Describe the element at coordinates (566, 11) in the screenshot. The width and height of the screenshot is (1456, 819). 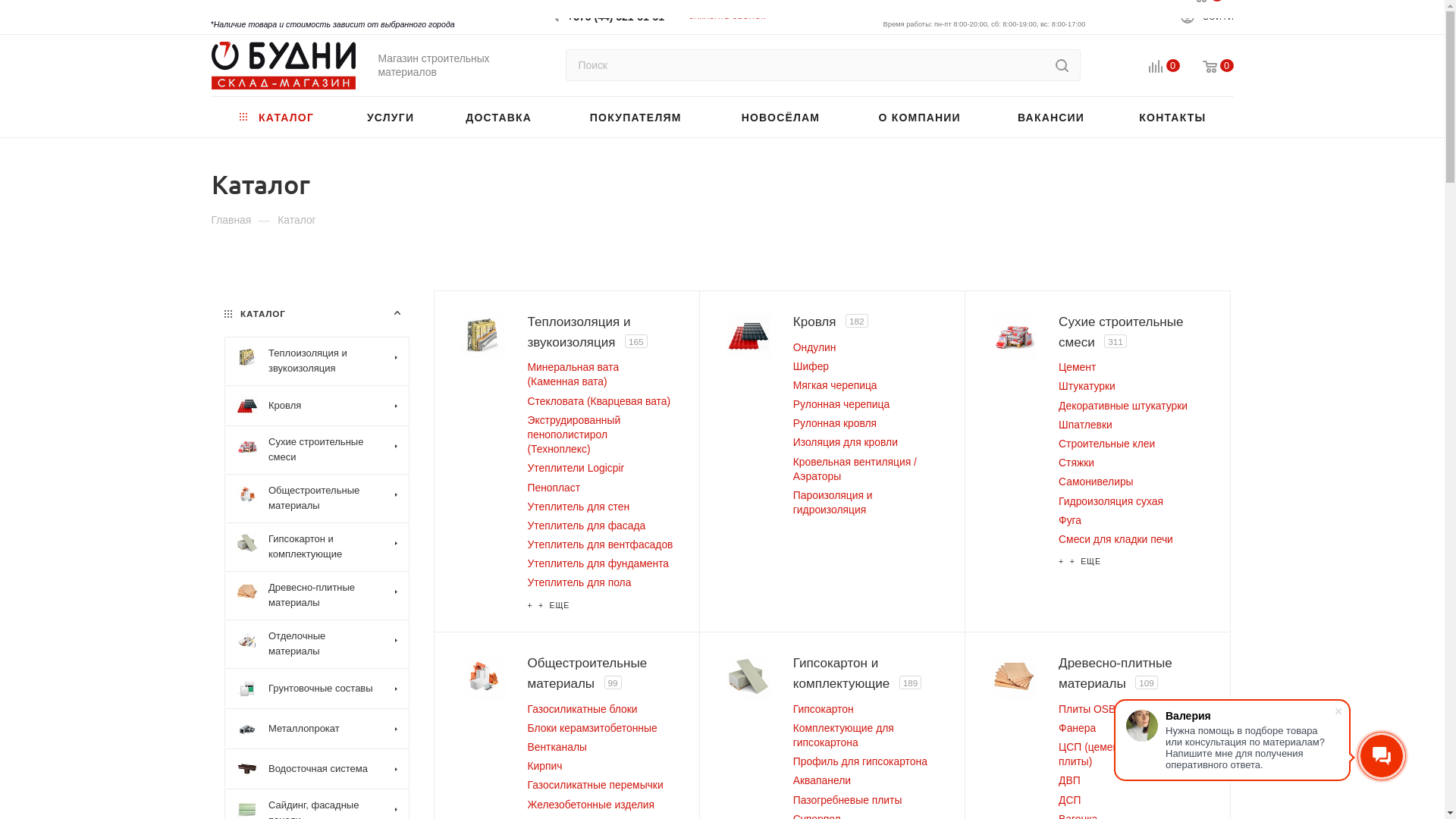
I see `'+375 (44) 521-51-51'` at that location.